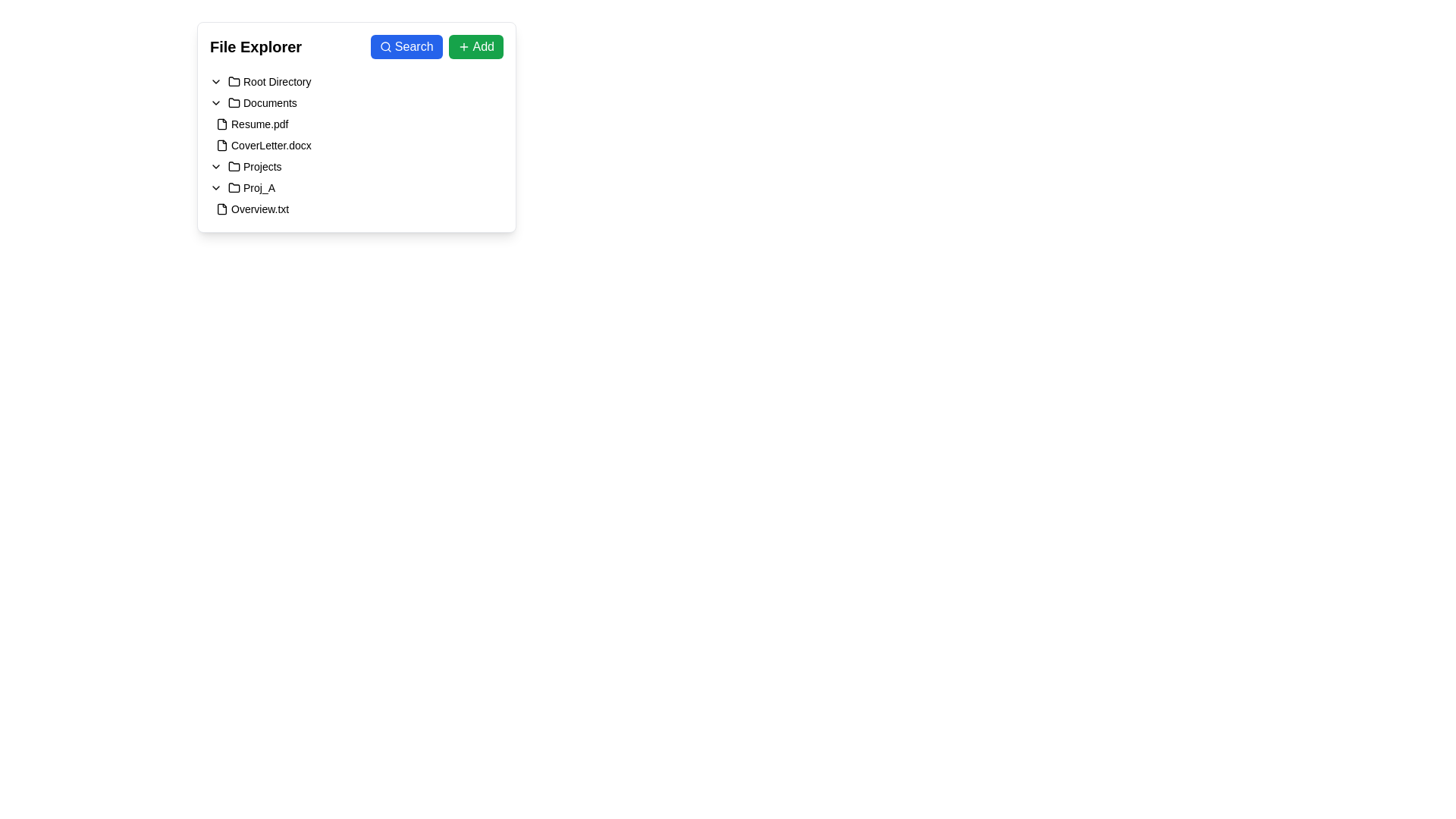 The height and width of the screenshot is (819, 1456). What do you see at coordinates (253, 209) in the screenshot?
I see `the 'Overview.txt' file item label in the file browser` at bounding box center [253, 209].